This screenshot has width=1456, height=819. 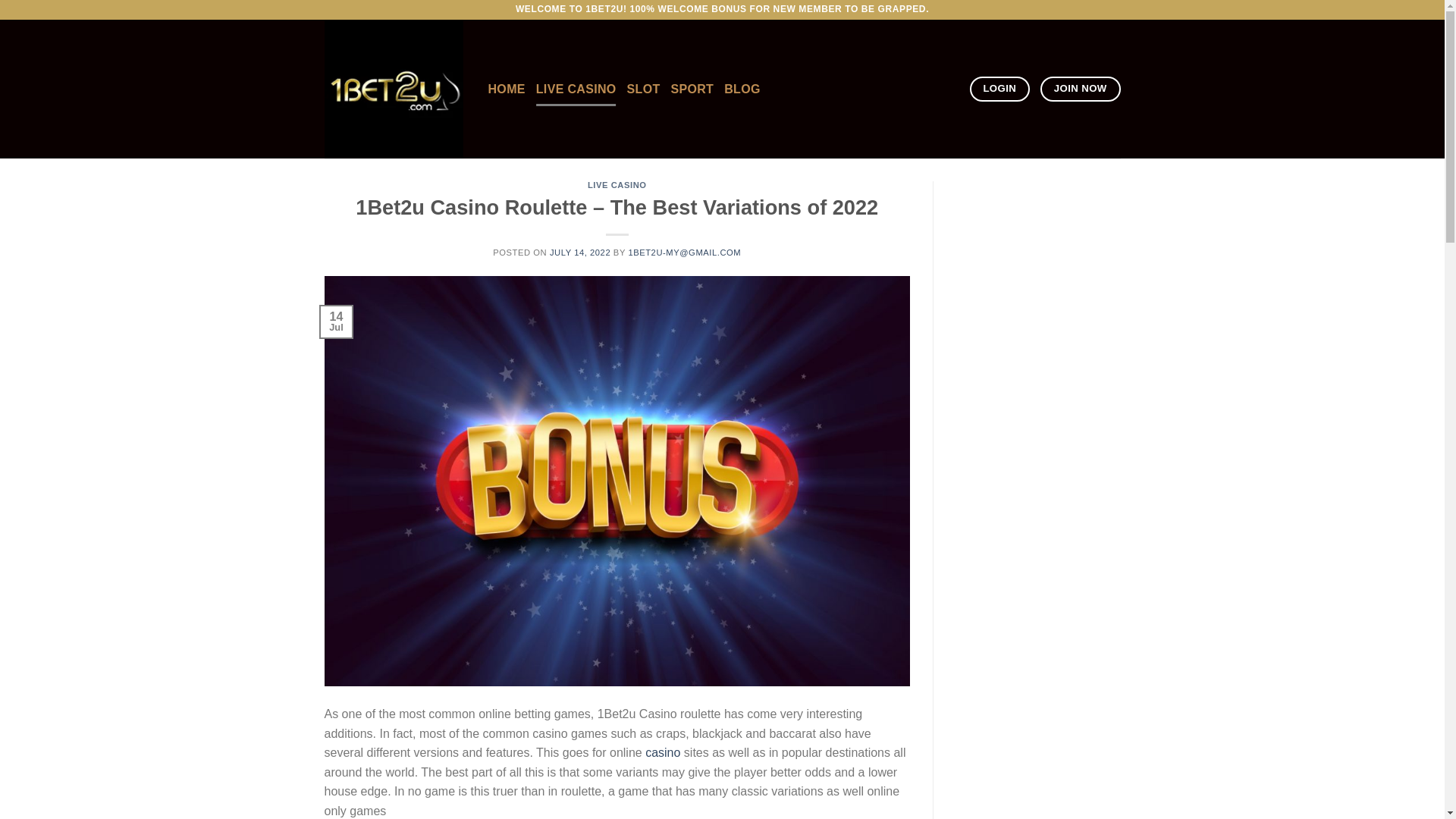 What do you see at coordinates (742, 89) in the screenshot?
I see `'BLOG'` at bounding box center [742, 89].